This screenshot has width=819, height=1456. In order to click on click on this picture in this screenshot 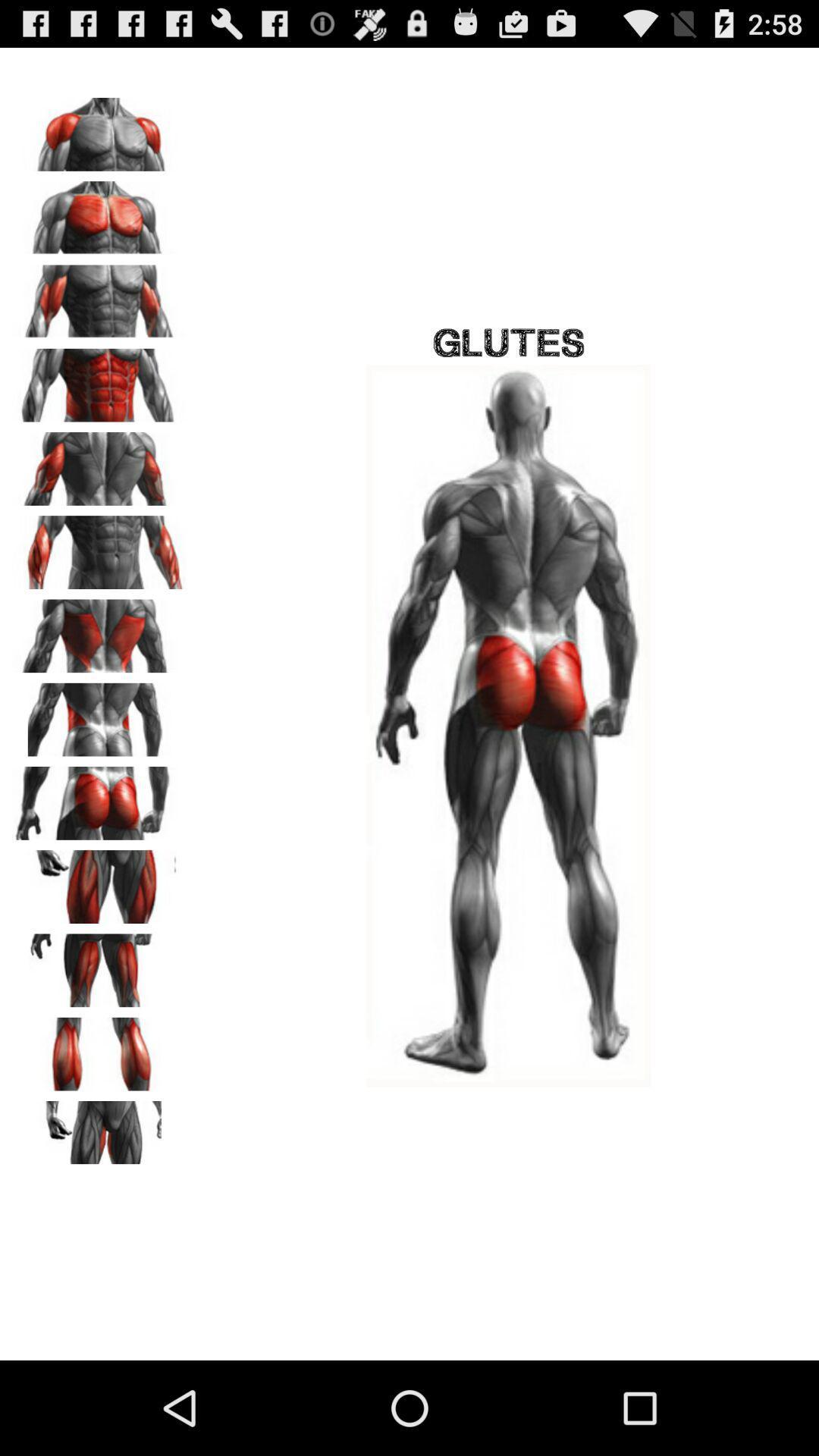, I will do `click(99, 463)`.